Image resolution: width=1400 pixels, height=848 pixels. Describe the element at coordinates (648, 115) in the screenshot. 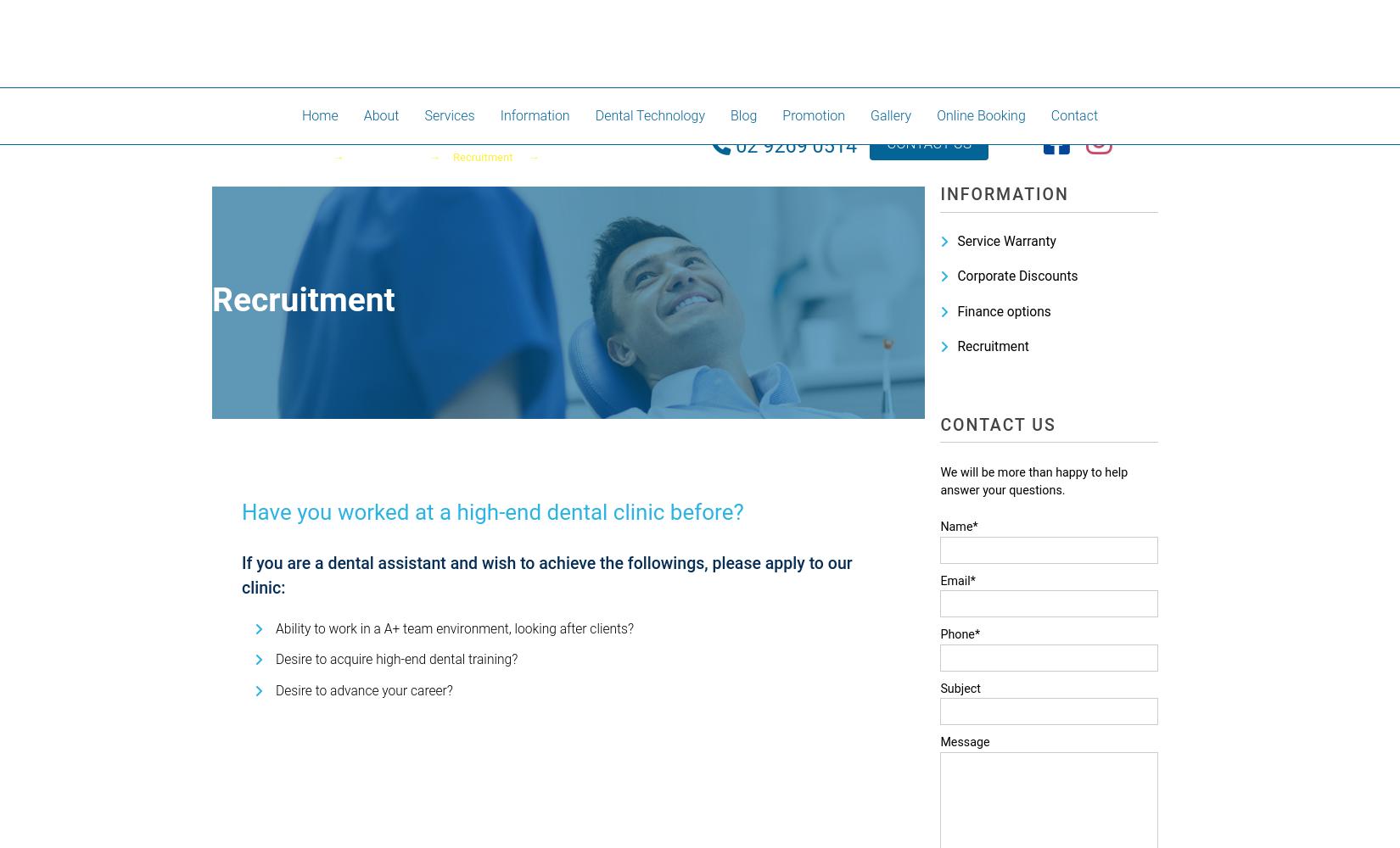

I see `'Dental Technology'` at that location.